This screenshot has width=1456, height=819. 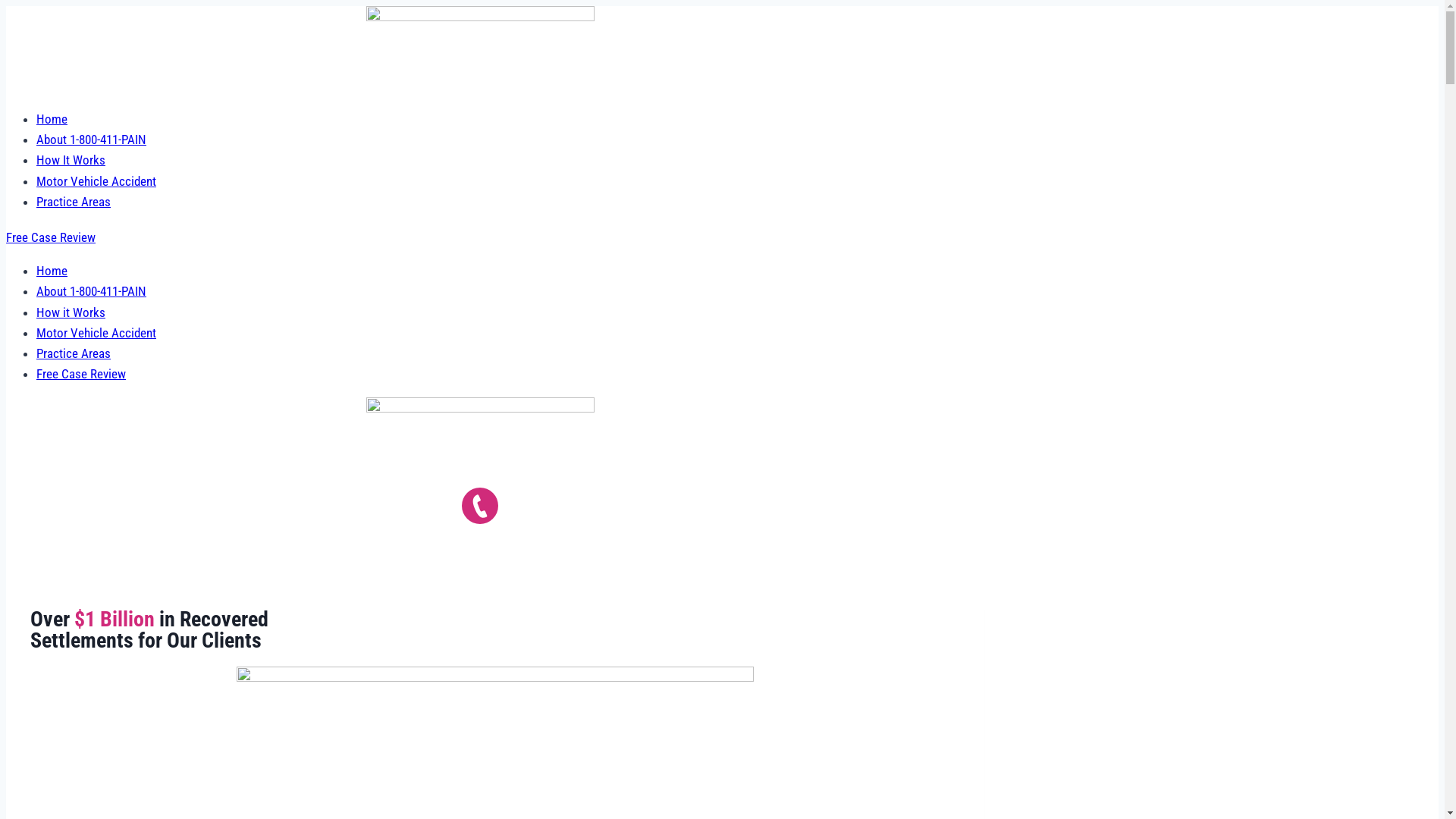 What do you see at coordinates (70, 160) in the screenshot?
I see `'How It Works'` at bounding box center [70, 160].